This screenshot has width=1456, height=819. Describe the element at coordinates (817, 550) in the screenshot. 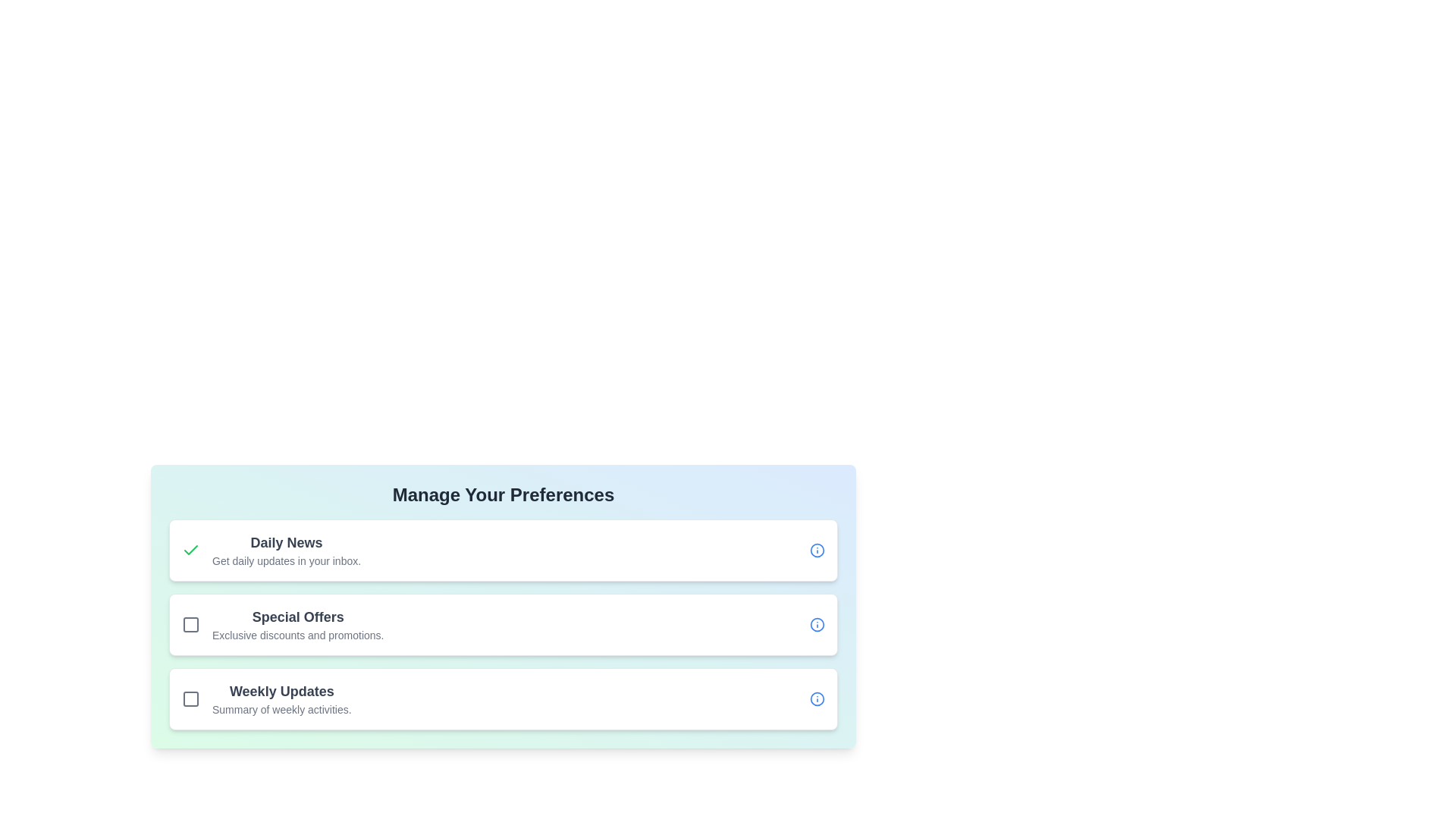

I see `the info icon located on the far-right side of the 'Daily News' preference option` at that location.